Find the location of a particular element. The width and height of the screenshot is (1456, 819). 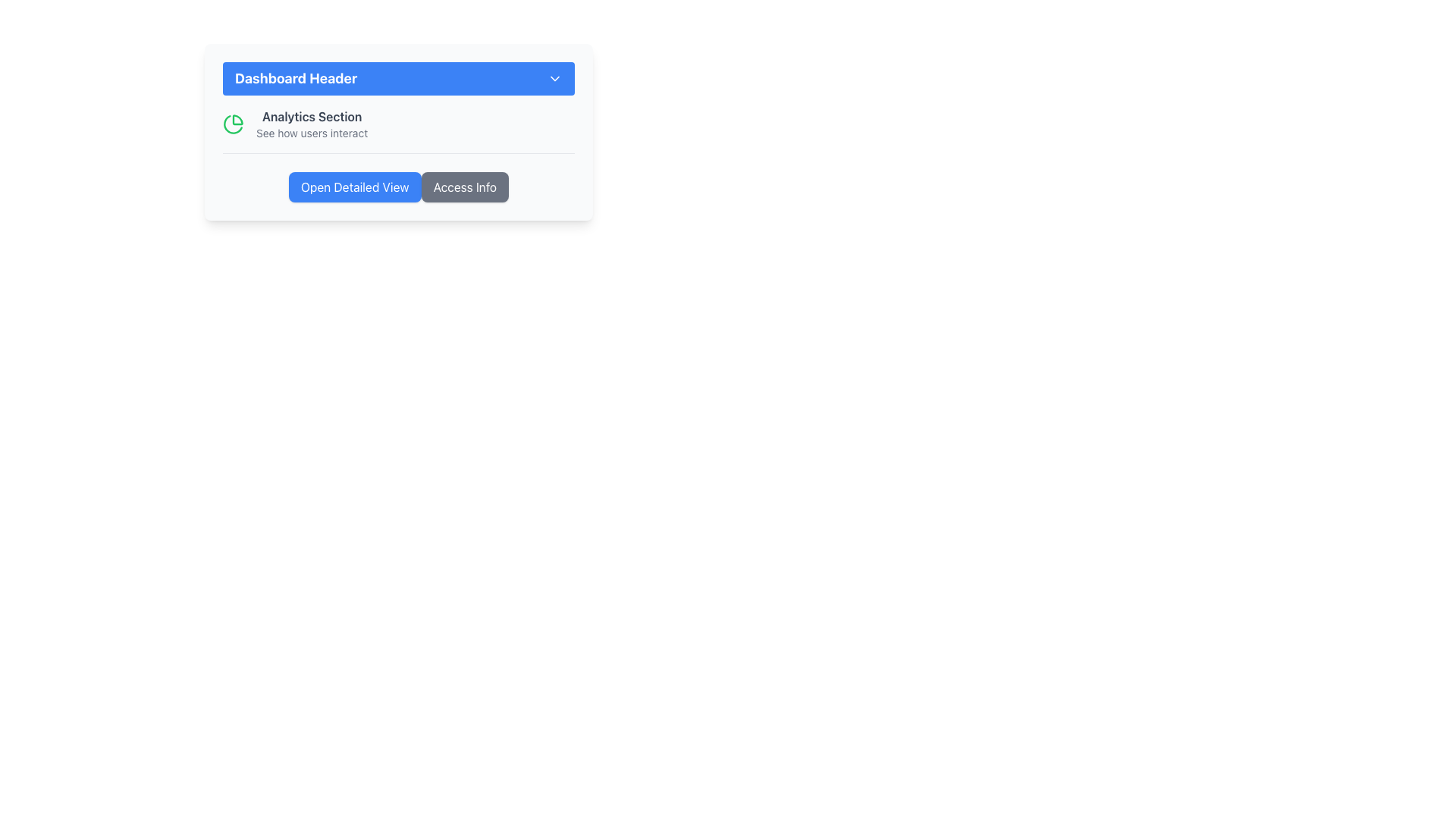

the text label displaying 'Analytics Section' which is styled in bold dark gray and positioned below the 'Dashboard Header' is located at coordinates (311, 116).